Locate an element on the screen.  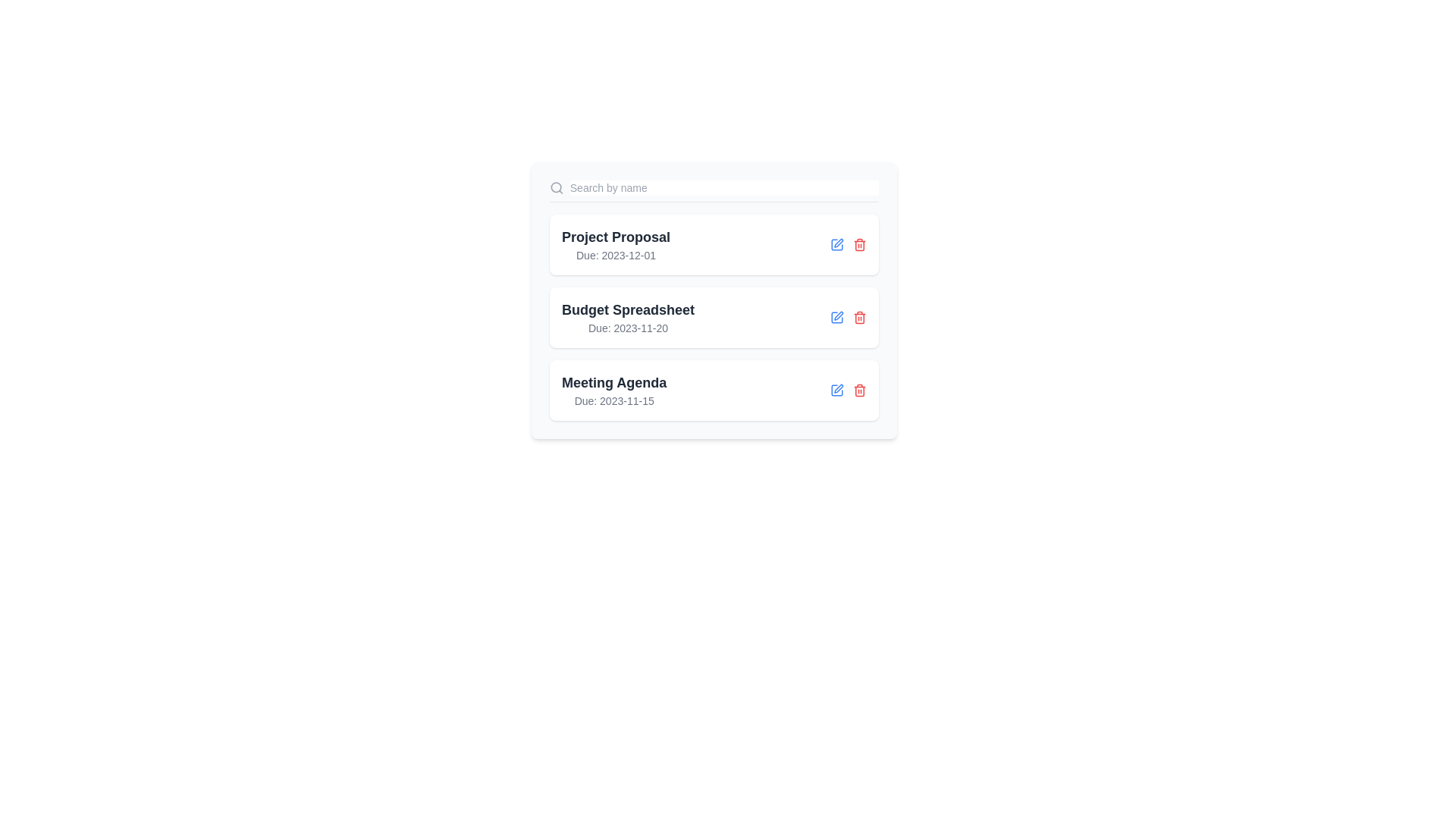
the trash icon next to the item Project Proposal to delete it is located at coordinates (859, 244).